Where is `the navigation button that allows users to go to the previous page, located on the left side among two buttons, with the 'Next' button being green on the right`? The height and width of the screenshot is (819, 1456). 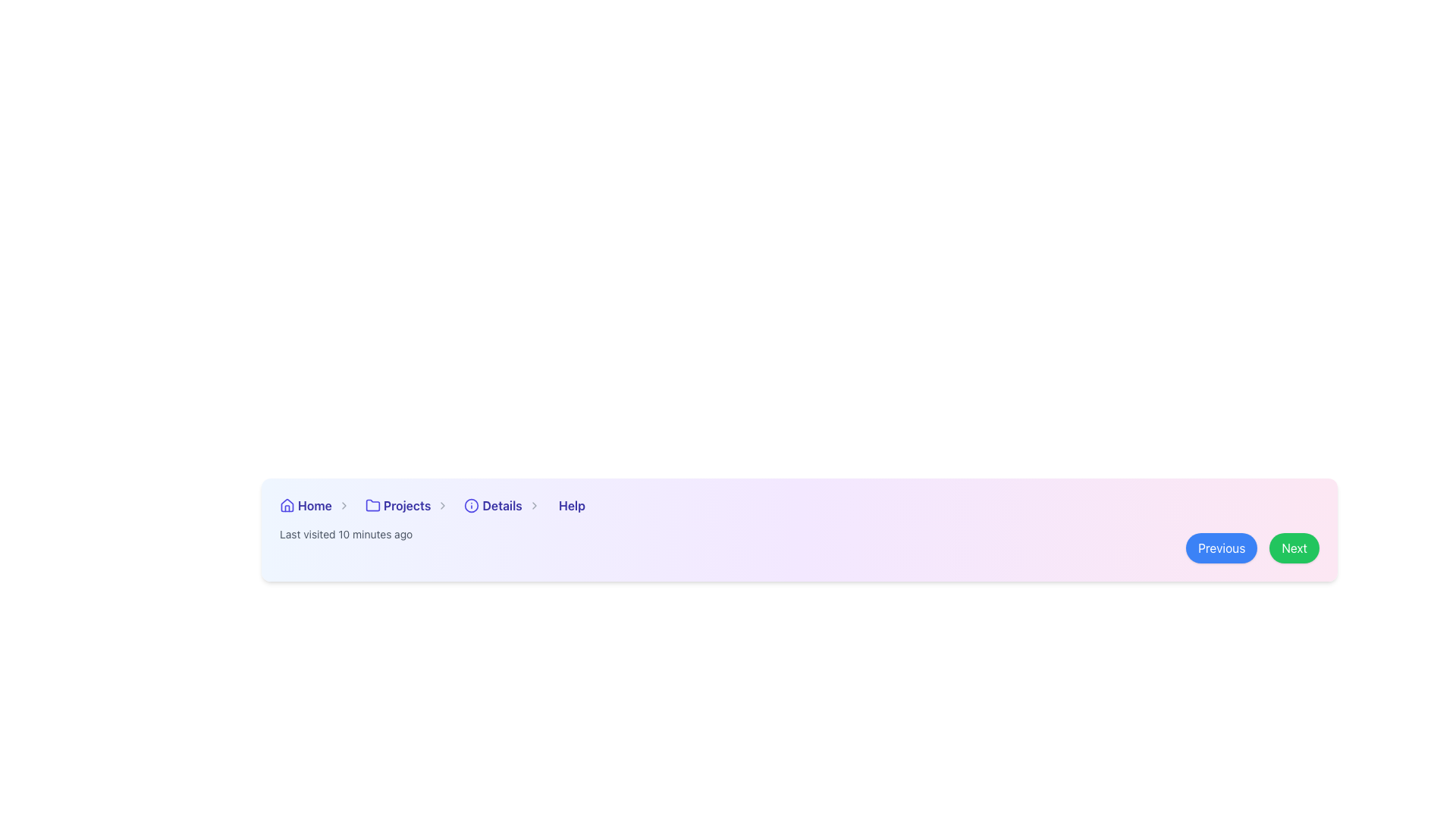 the navigation button that allows users to go to the previous page, located on the left side among two buttons, with the 'Next' button being green on the right is located at coordinates (1222, 548).